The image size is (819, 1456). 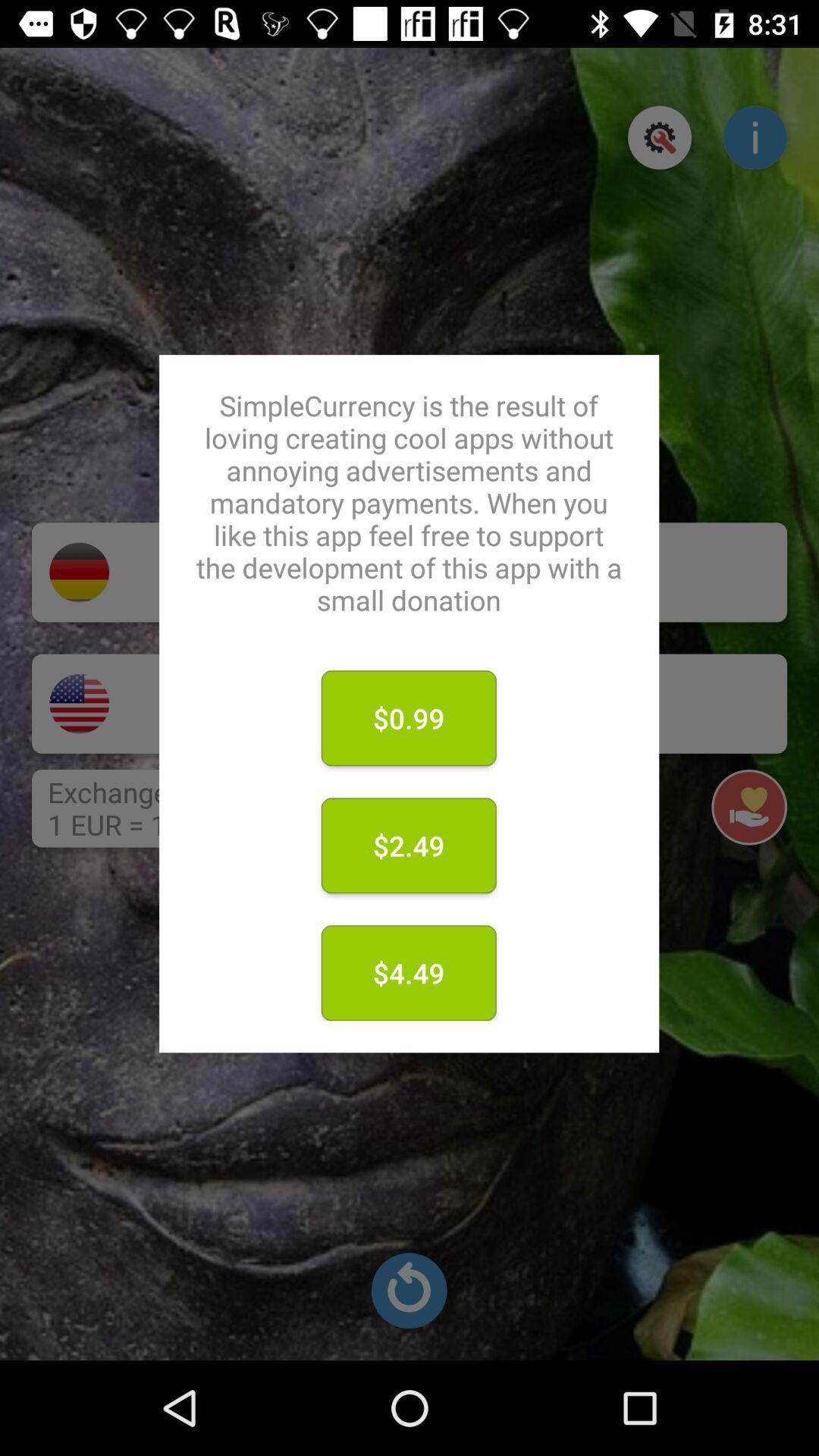 I want to click on go back, so click(x=408, y=1290).